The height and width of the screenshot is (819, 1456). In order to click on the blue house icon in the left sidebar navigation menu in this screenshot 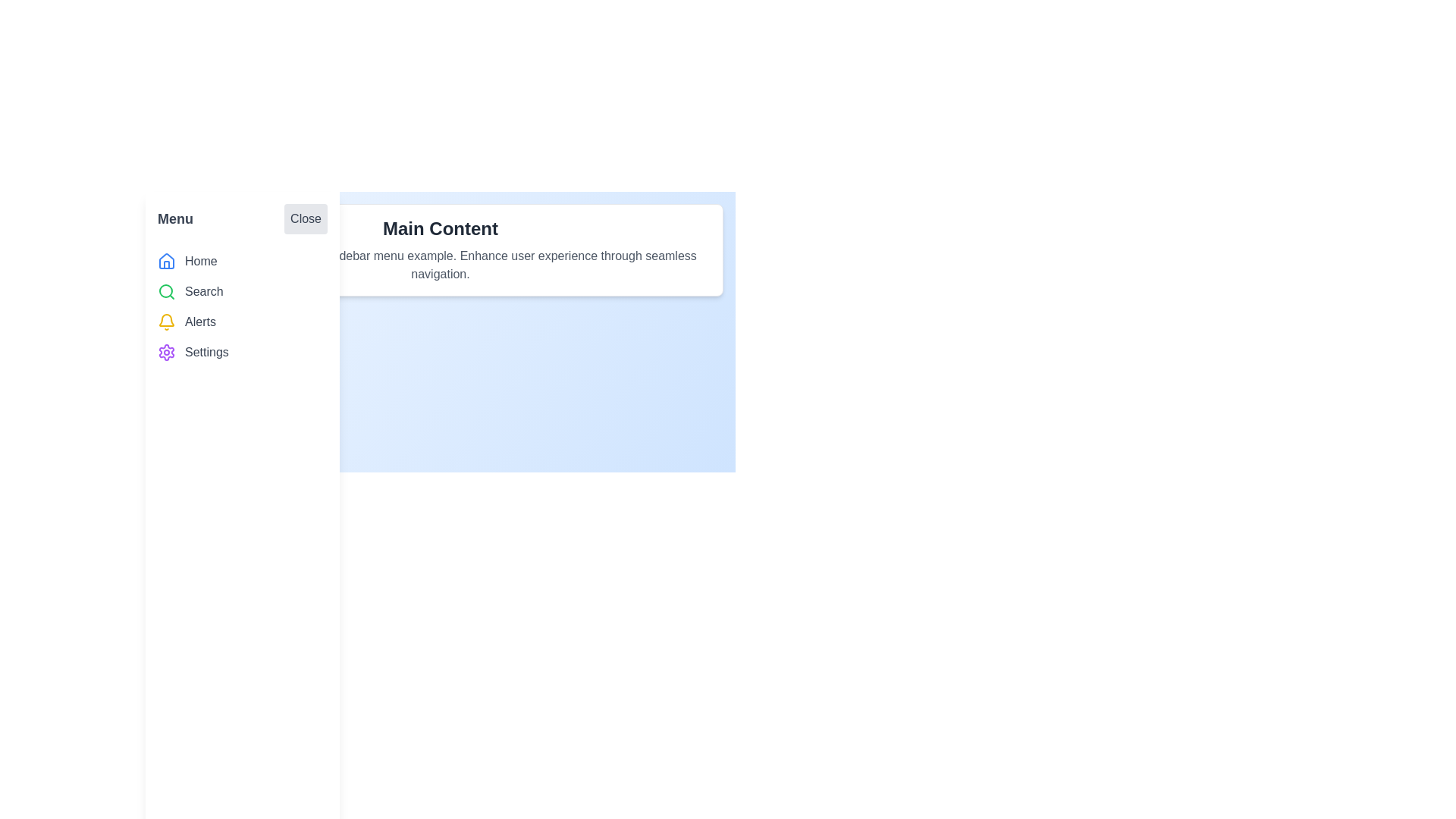, I will do `click(167, 260)`.